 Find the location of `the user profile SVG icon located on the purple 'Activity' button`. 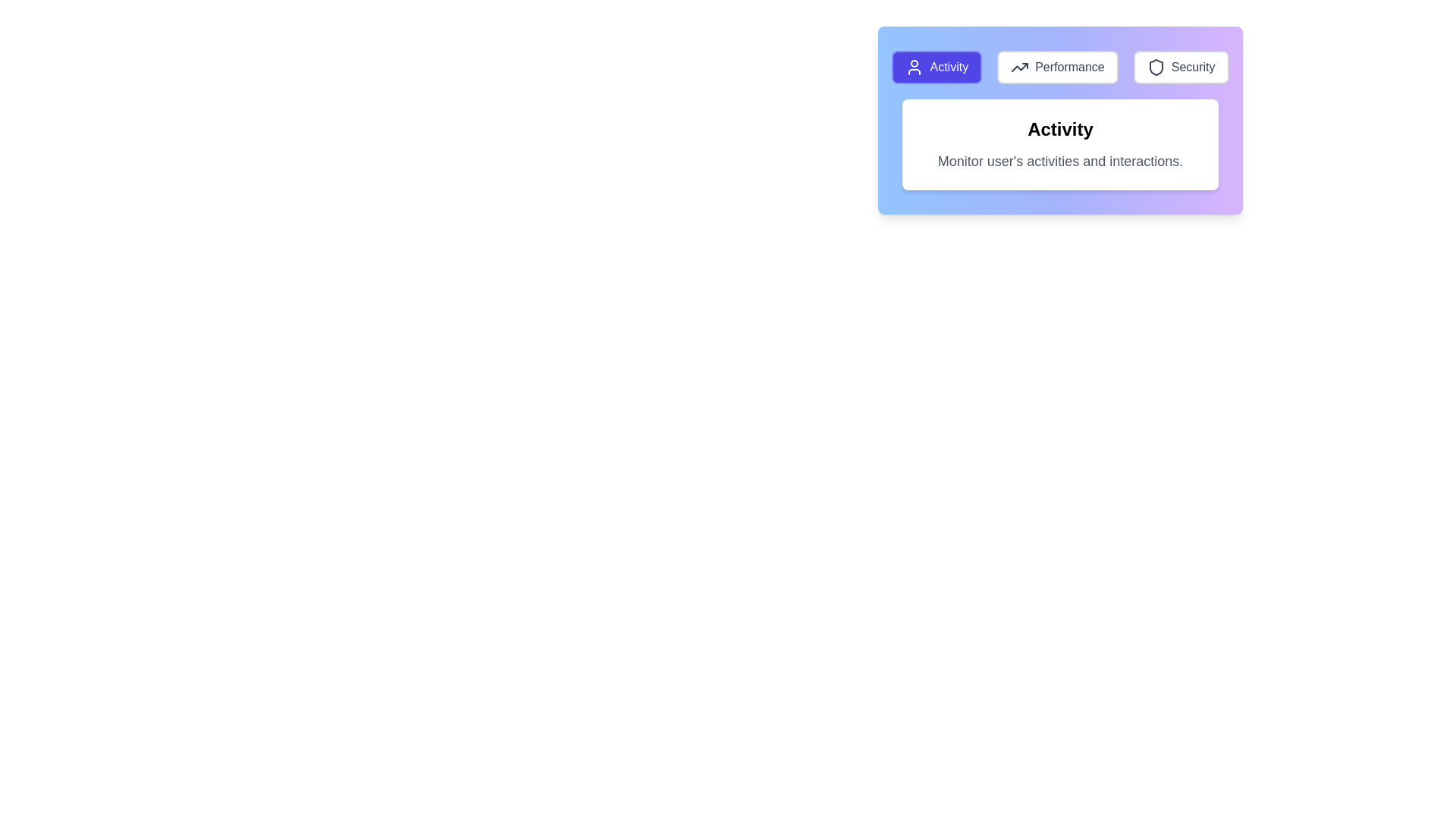

the user profile SVG icon located on the purple 'Activity' button is located at coordinates (914, 66).